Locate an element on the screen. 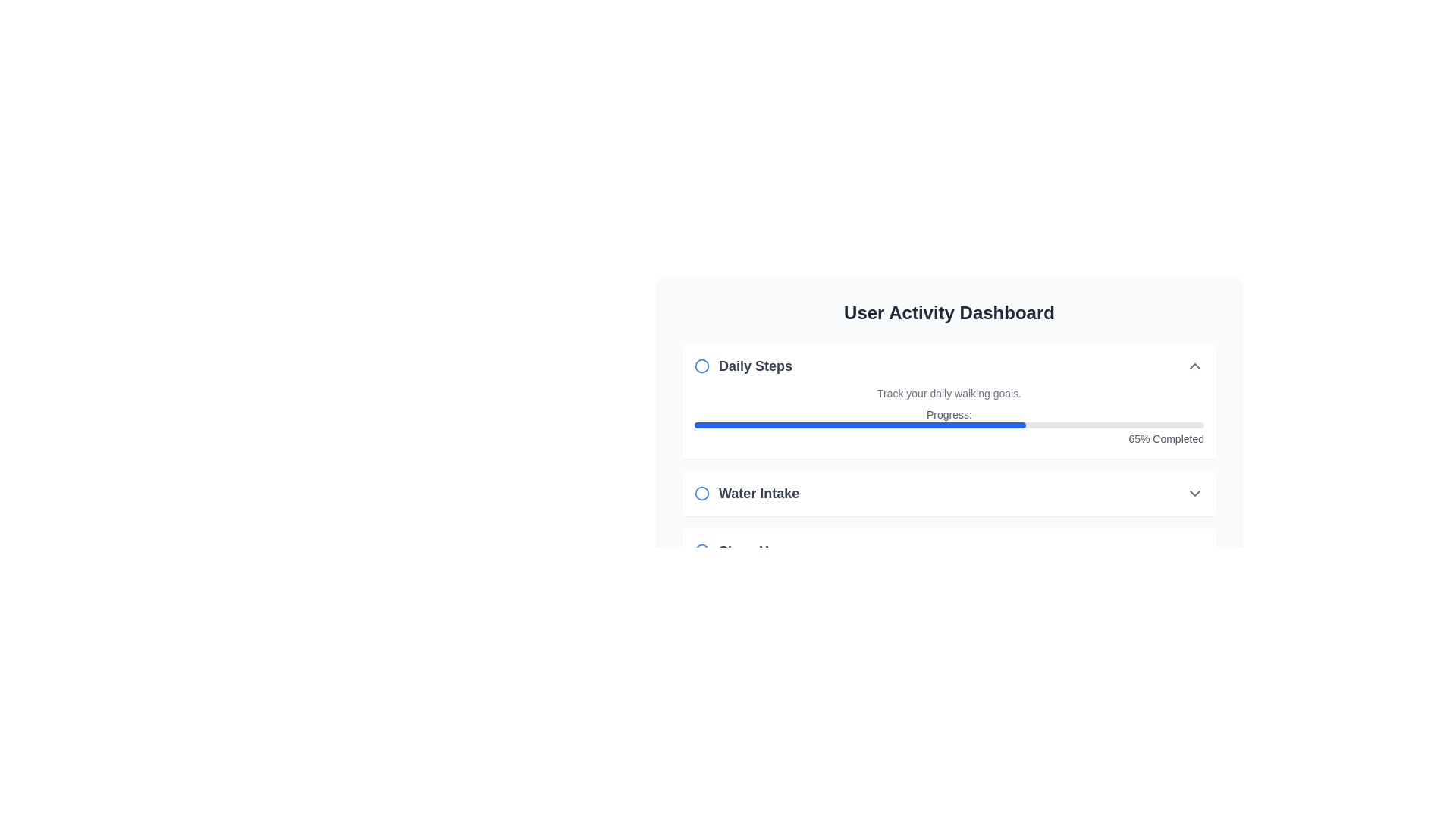 Image resolution: width=1456 pixels, height=819 pixels. the circular icon with a blue border located in the third section of the 'User Activity Dashboard', to the left of the 'Sleep Hours' text label is located at coordinates (701, 551).